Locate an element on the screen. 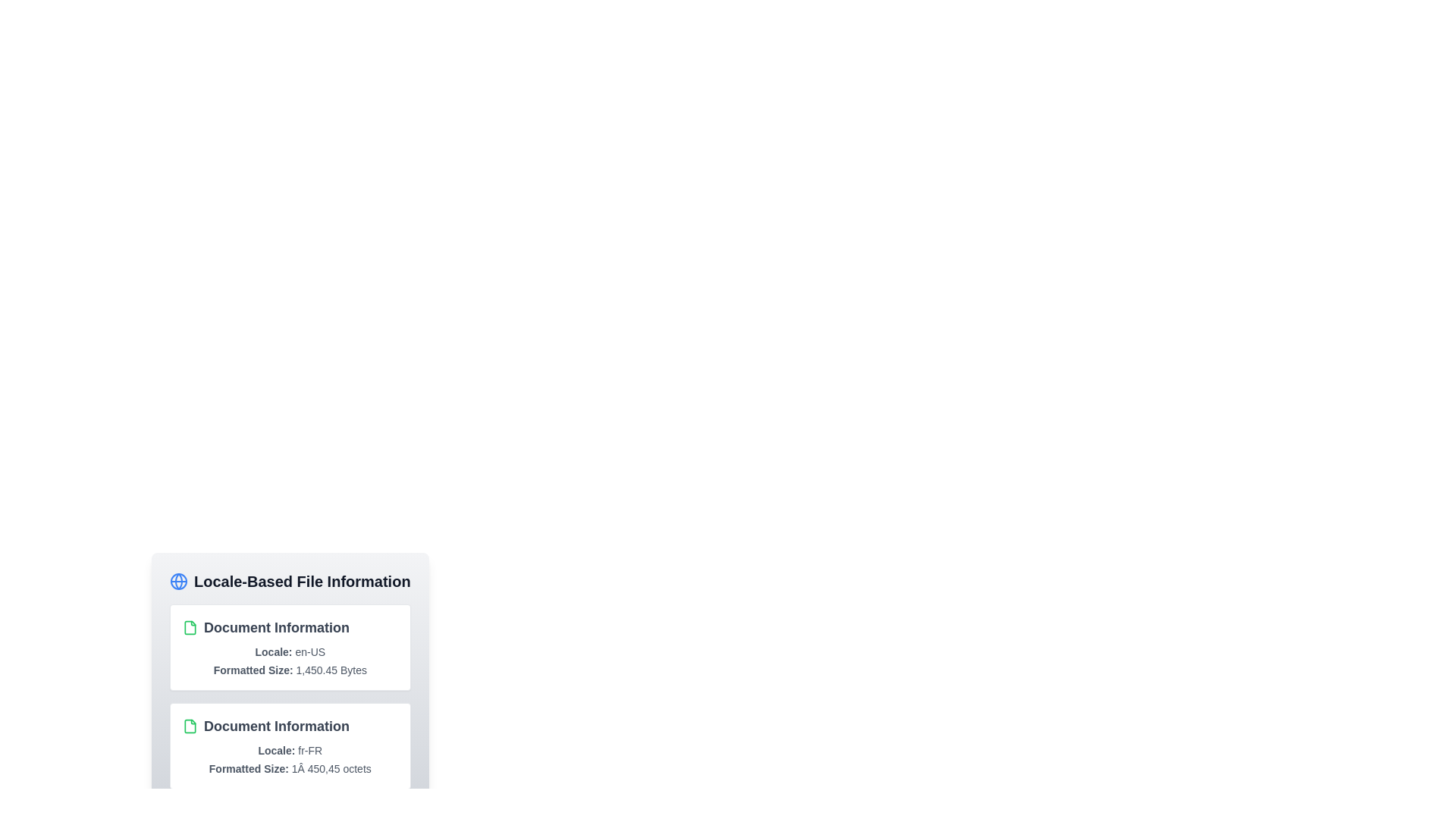 The height and width of the screenshot is (819, 1456). the bold, large title text 'Locale-Based File Information' with a blue globe icon to its left, which is positioned at the top of a vertical sequence of document information sections is located at coordinates (290, 581).